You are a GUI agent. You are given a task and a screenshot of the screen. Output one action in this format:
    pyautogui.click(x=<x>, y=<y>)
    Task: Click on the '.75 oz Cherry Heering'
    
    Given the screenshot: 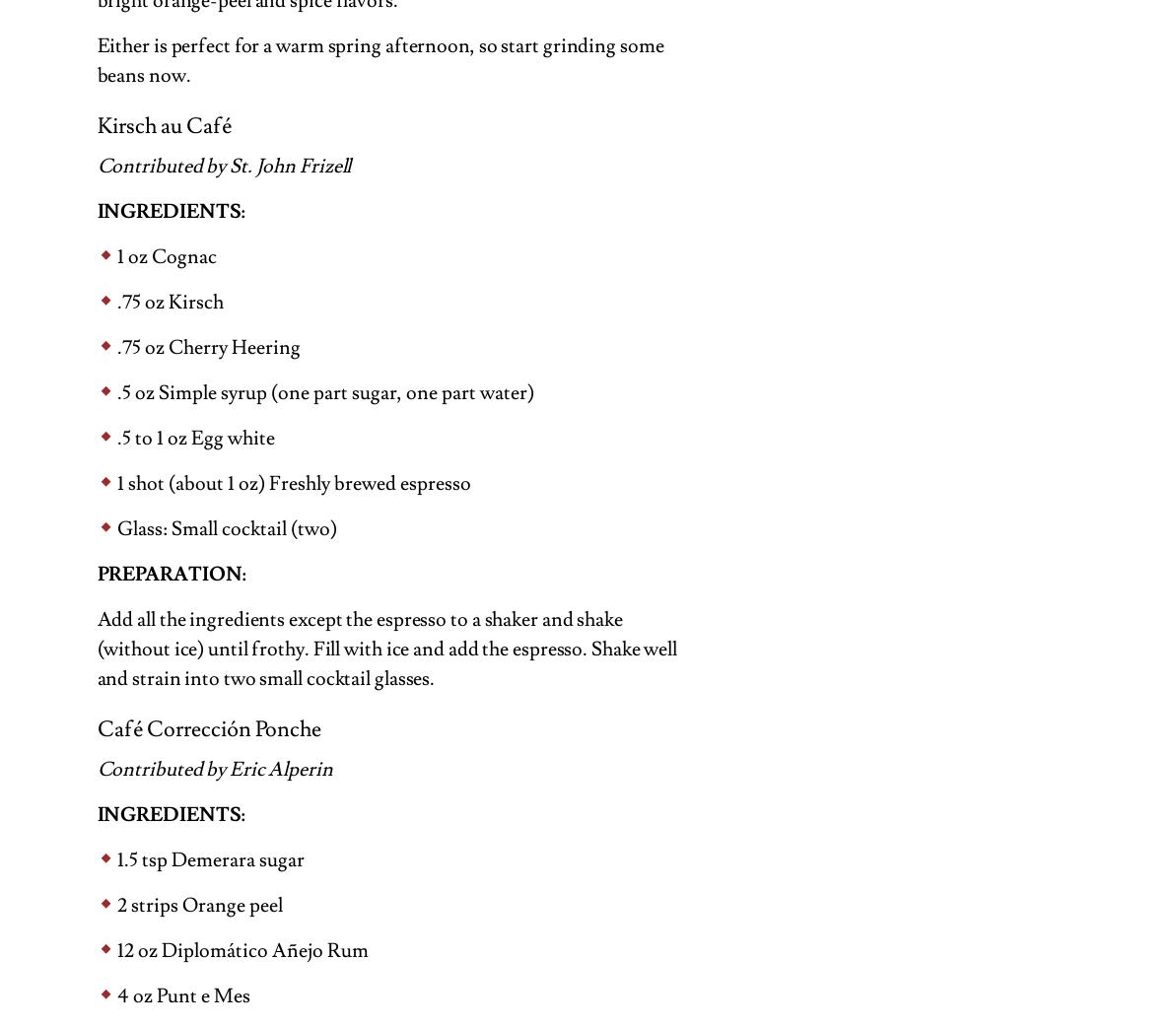 What is the action you would take?
    pyautogui.click(x=115, y=346)
    